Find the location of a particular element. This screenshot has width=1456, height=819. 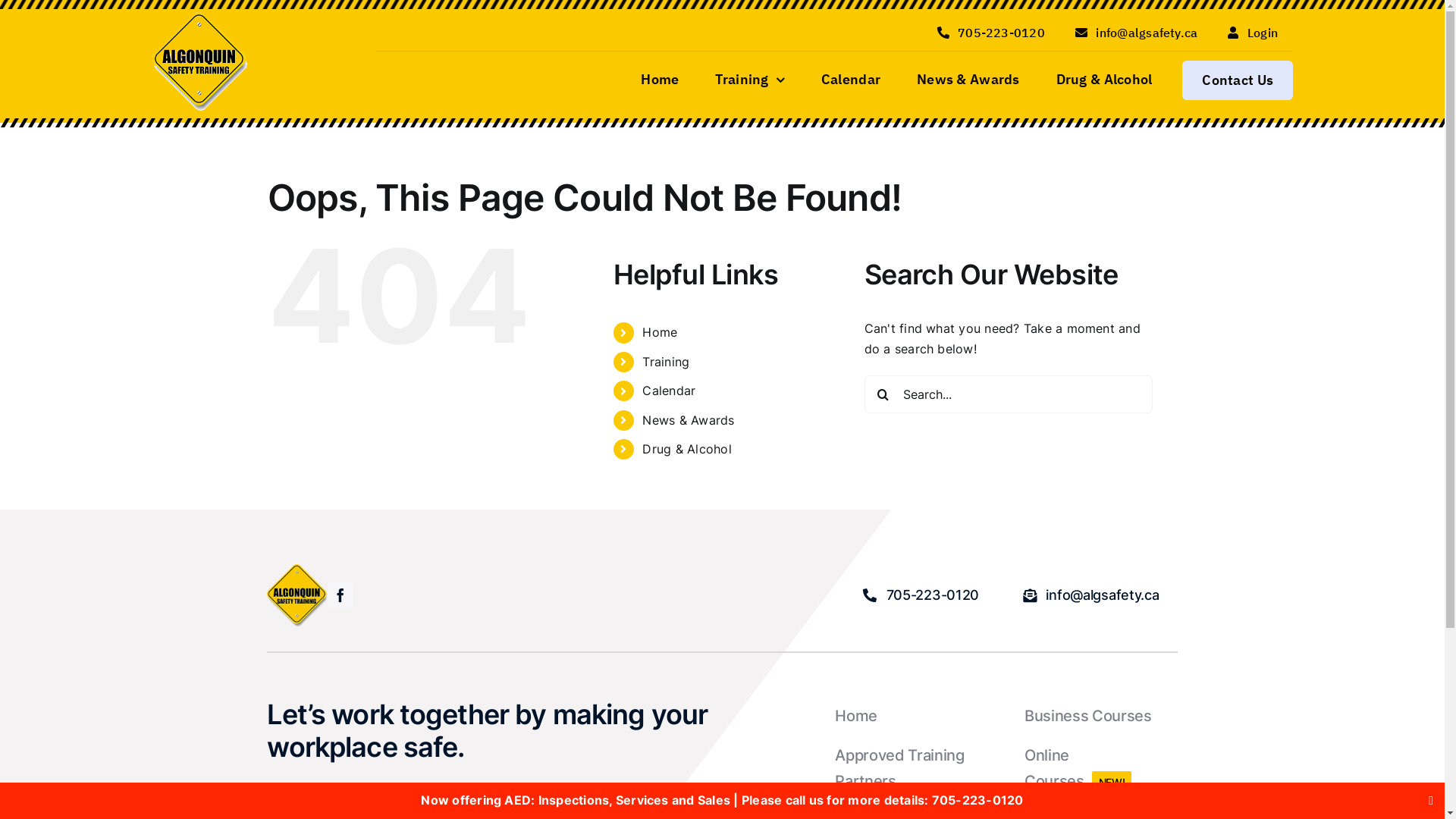

'Login' is located at coordinates (1252, 32).